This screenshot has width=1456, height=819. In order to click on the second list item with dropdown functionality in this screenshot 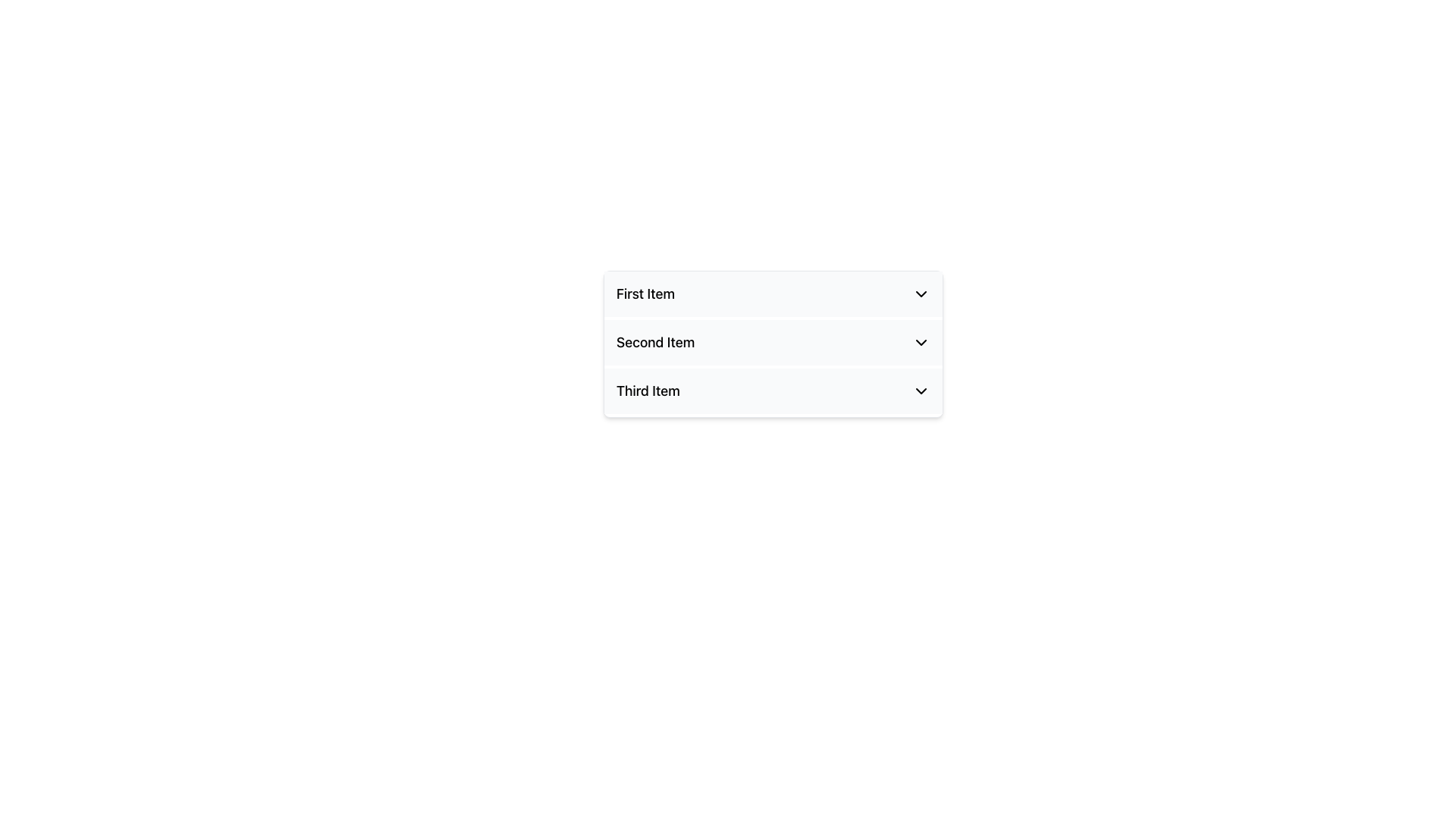, I will do `click(773, 342)`.